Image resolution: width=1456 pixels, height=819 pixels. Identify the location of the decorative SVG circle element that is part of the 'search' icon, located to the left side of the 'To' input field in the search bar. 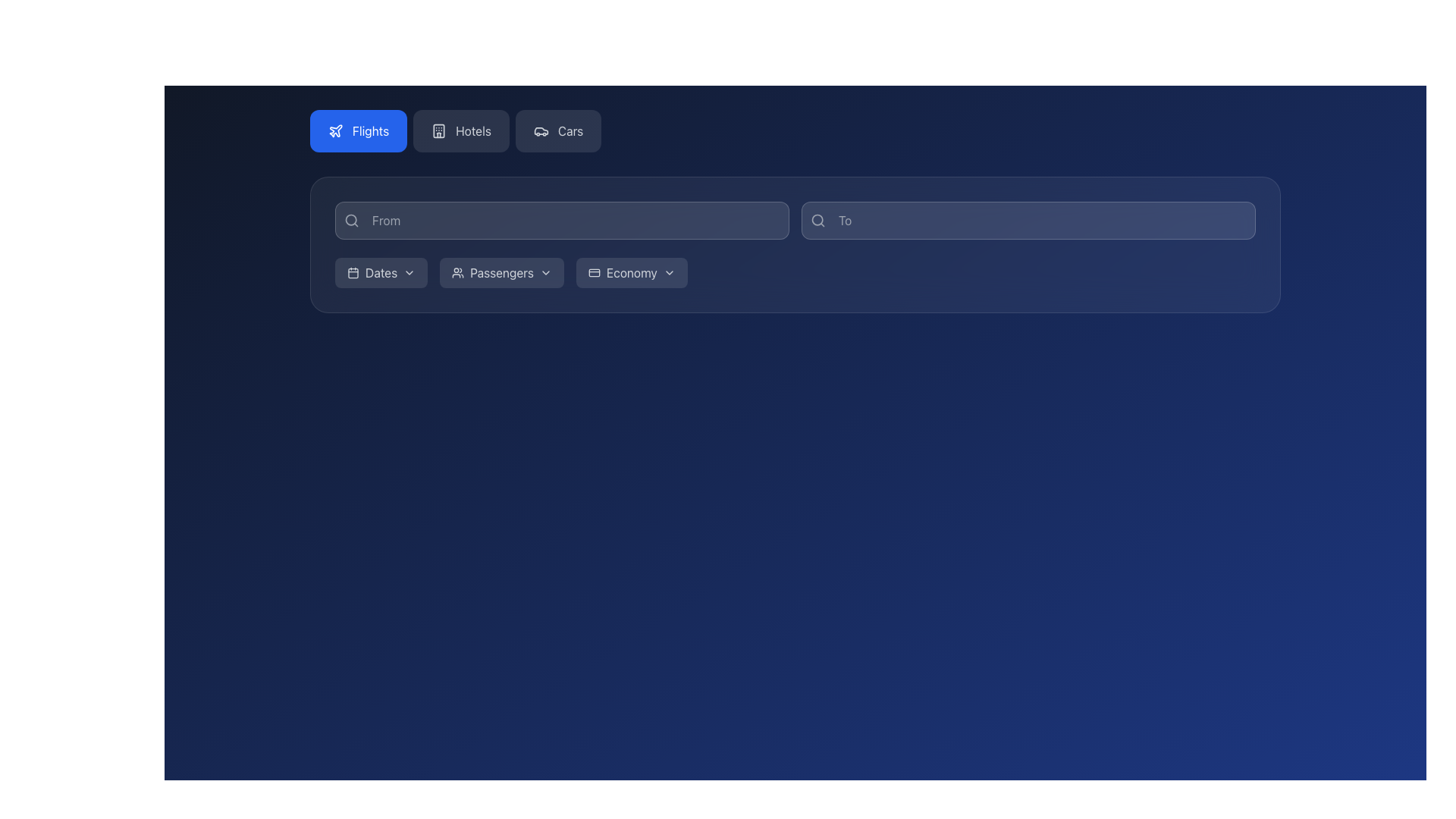
(817, 220).